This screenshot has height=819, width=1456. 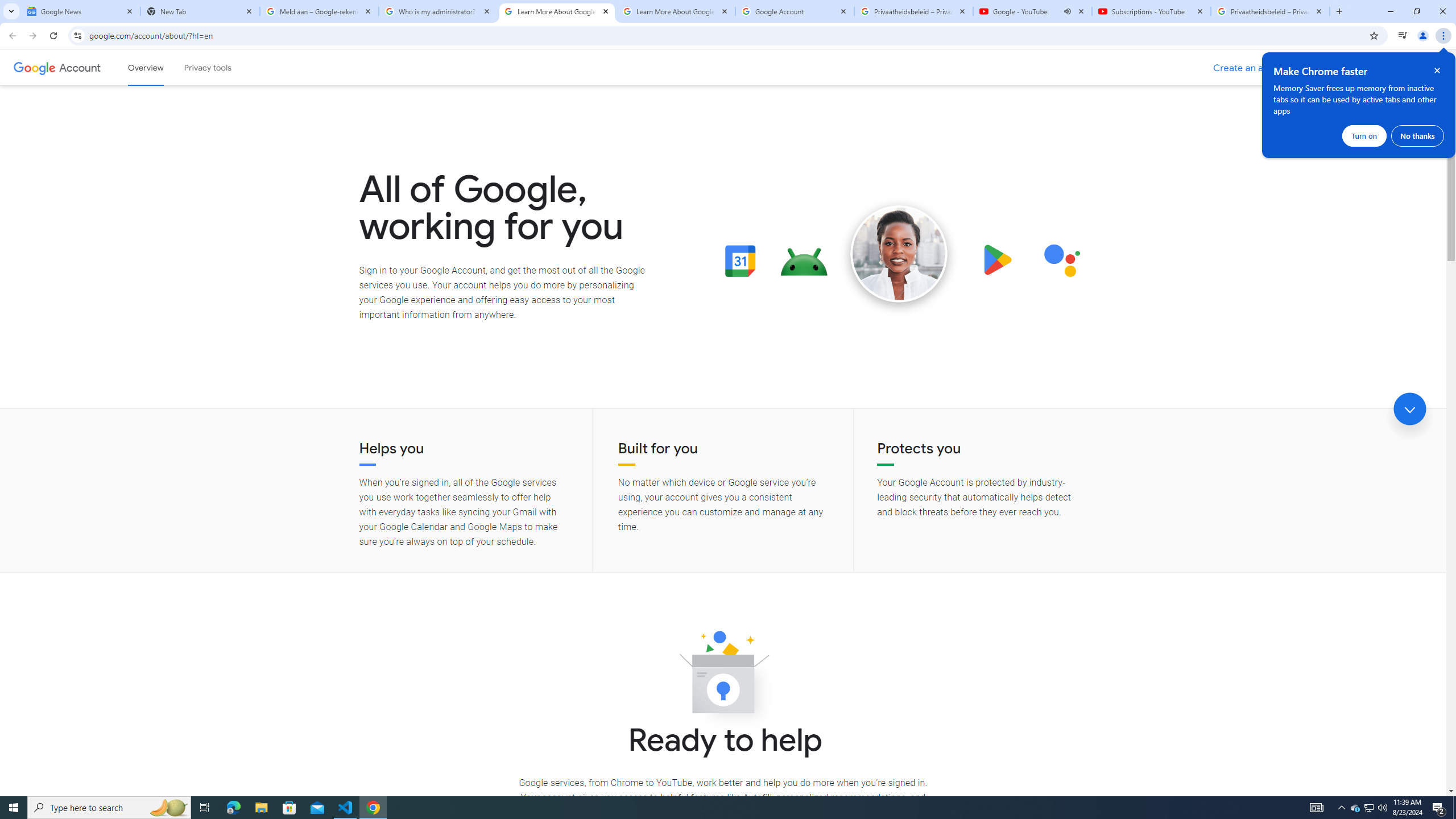 What do you see at coordinates (34, 67) in the screenshot?
I see `'Google logo'` at bounding box center [34, 67].